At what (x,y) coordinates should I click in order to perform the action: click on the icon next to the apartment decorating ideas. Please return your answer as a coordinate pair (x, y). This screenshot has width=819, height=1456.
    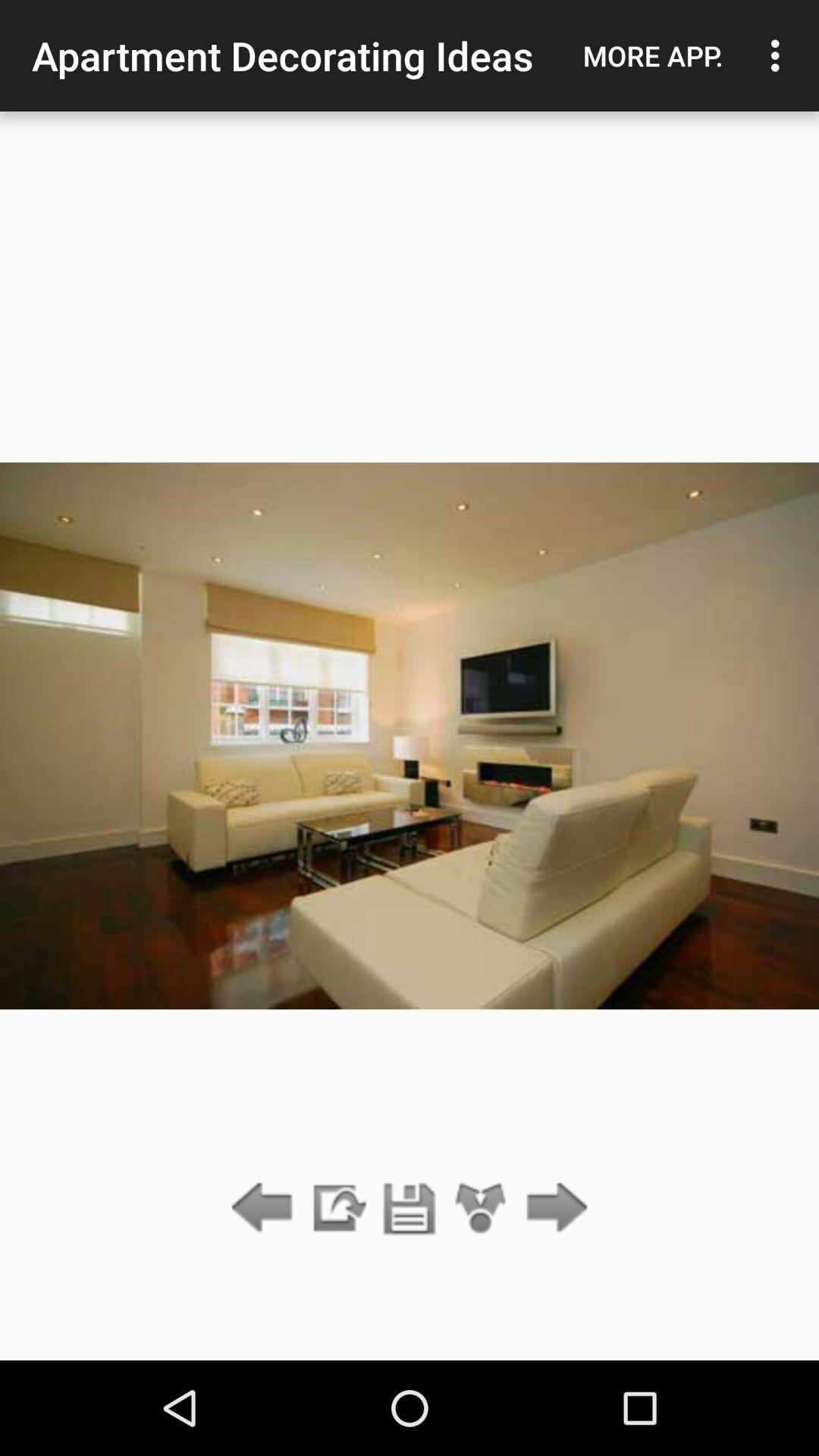
    Looking at the image, I should click on (652, 55).